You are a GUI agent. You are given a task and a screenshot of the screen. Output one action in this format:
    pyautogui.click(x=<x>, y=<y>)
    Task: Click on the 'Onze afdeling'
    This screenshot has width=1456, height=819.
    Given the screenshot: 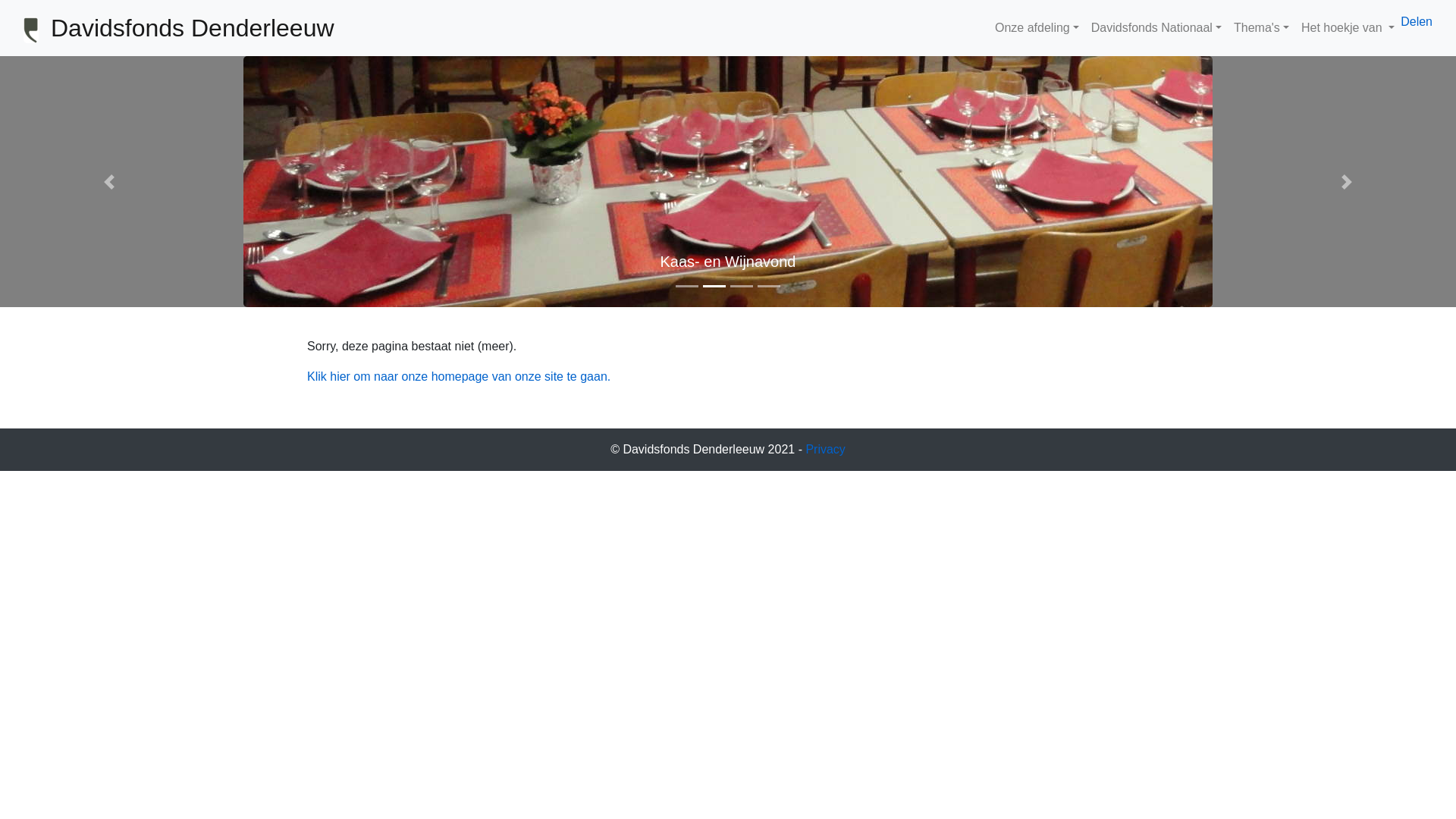 What is the action you would take?
    pyautogui.click(x=1036, y=28)
    